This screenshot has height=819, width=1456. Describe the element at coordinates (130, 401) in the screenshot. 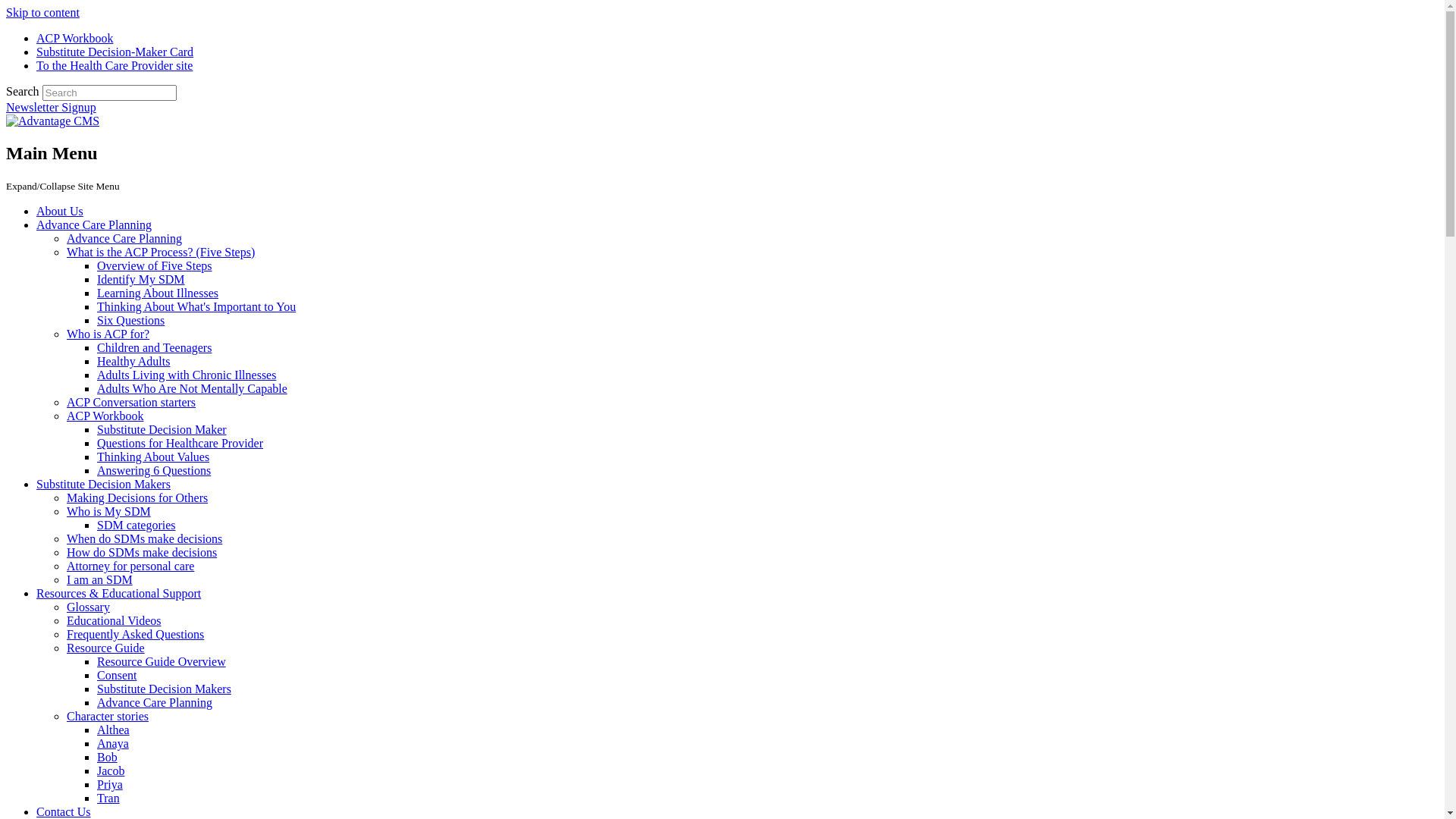

I see `'ACP Conversation starters'` at that location.